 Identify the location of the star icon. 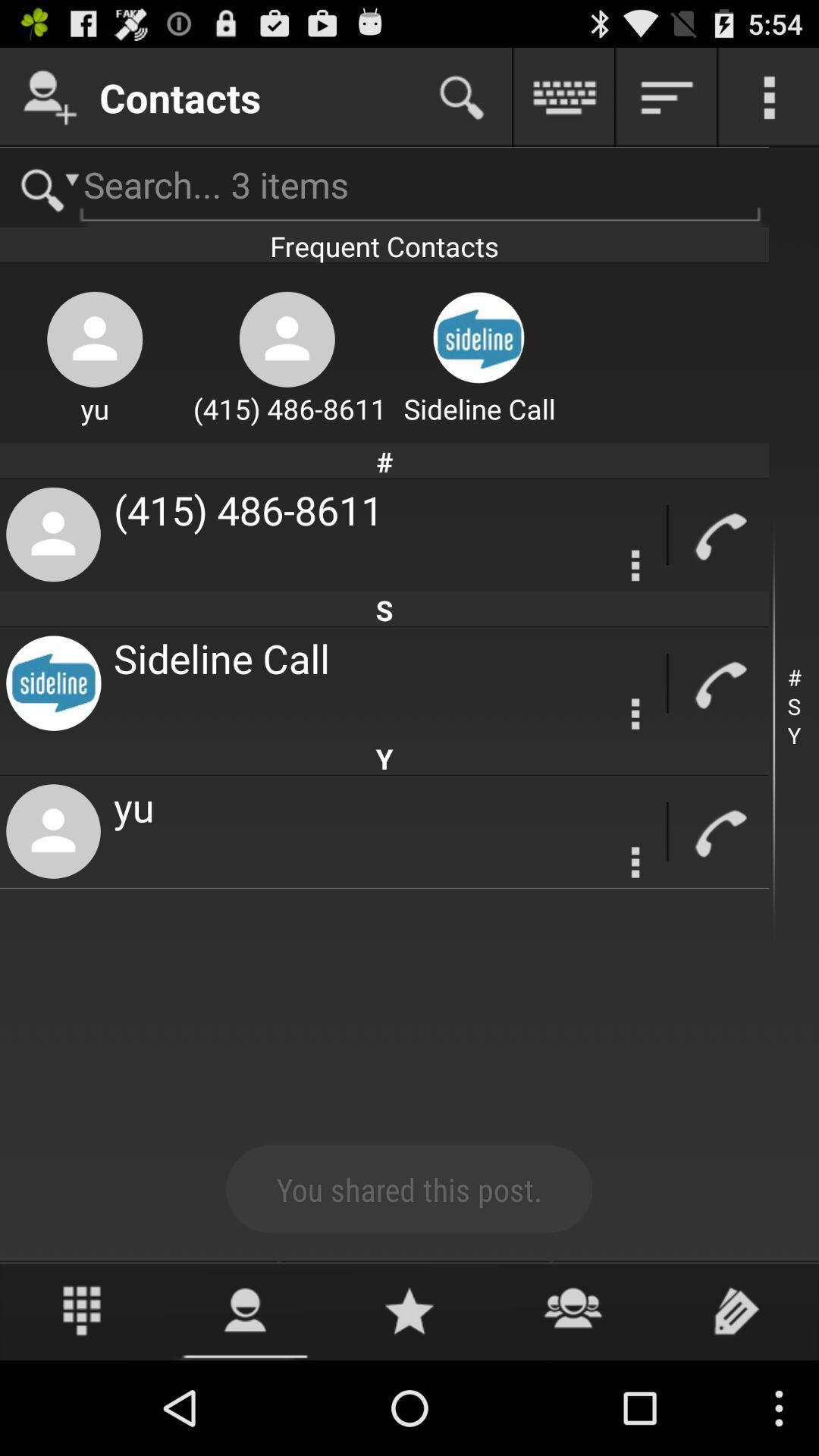
(409, 1401).